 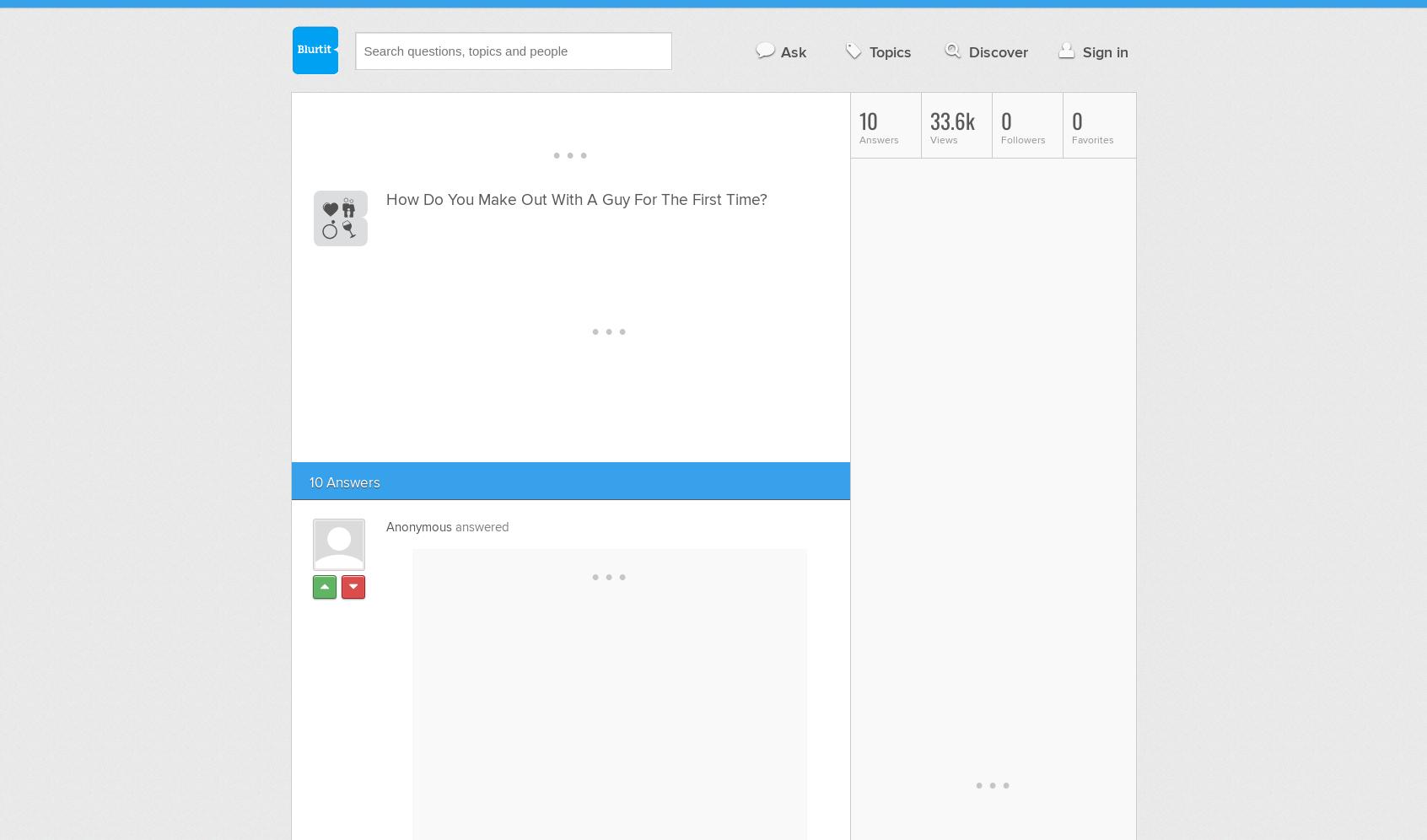 I want to click on 'Anonymous', so click(x=417, y=525).